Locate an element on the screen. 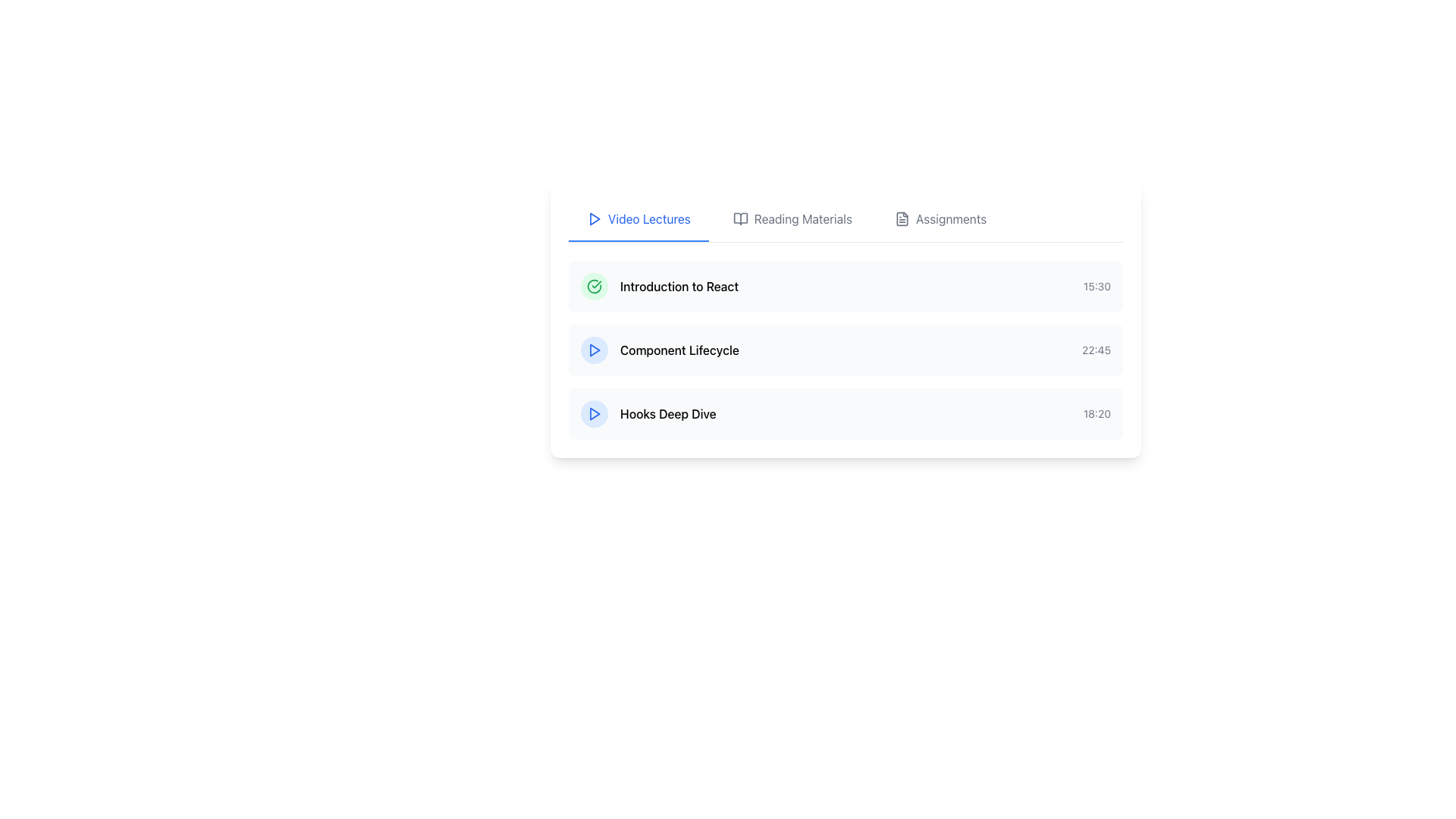 The width and height of the screenshot is (1456, 819). the navigational tab labeled for reading materials, which is the second item in the horizontal navigation bar is located at coordinates (802, 219).